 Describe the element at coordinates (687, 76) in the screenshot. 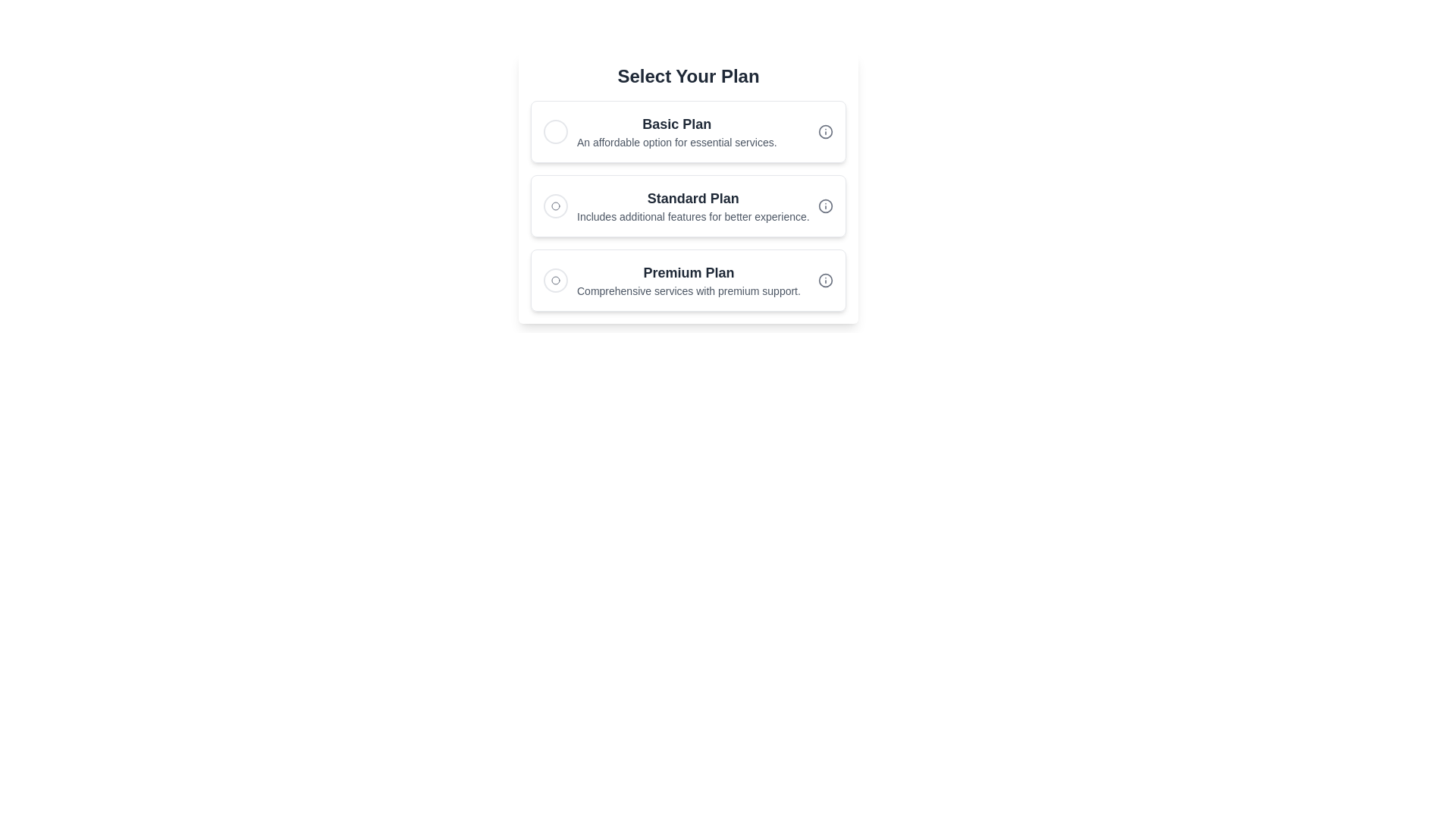

I see `the Text header located at the top of the section, which serves as a title for the options 'Basic Plan', 'Standard Plan', and 'Premium Plan'` at that location.